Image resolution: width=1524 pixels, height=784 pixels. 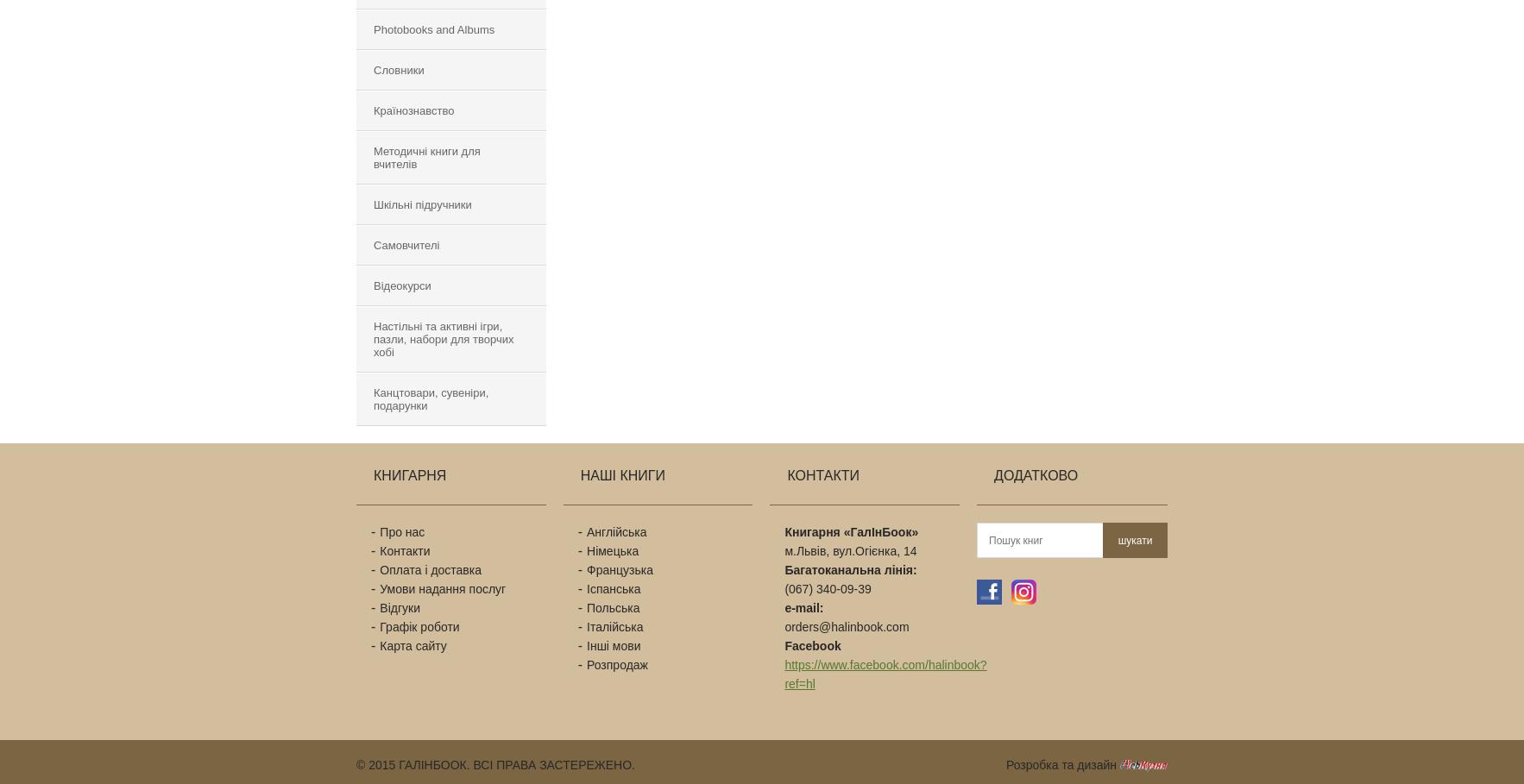 I want to click on 'Facebook', so click(x=811, y=646).